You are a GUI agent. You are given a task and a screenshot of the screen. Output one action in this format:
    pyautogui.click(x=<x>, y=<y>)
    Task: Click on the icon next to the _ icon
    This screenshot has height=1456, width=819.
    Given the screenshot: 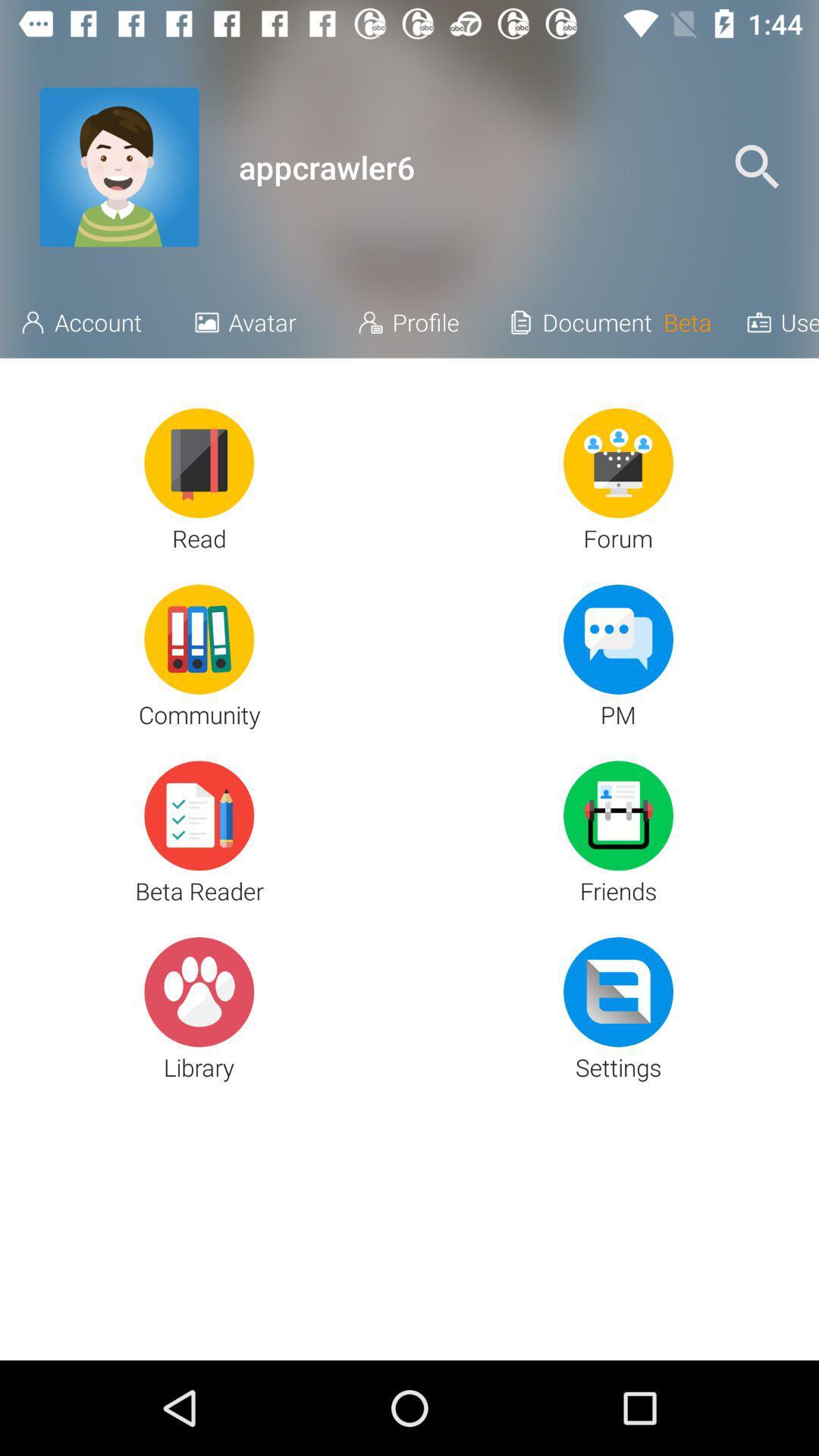 What is the action you would take?
    pyautogui.click(x=487, y=167)
    